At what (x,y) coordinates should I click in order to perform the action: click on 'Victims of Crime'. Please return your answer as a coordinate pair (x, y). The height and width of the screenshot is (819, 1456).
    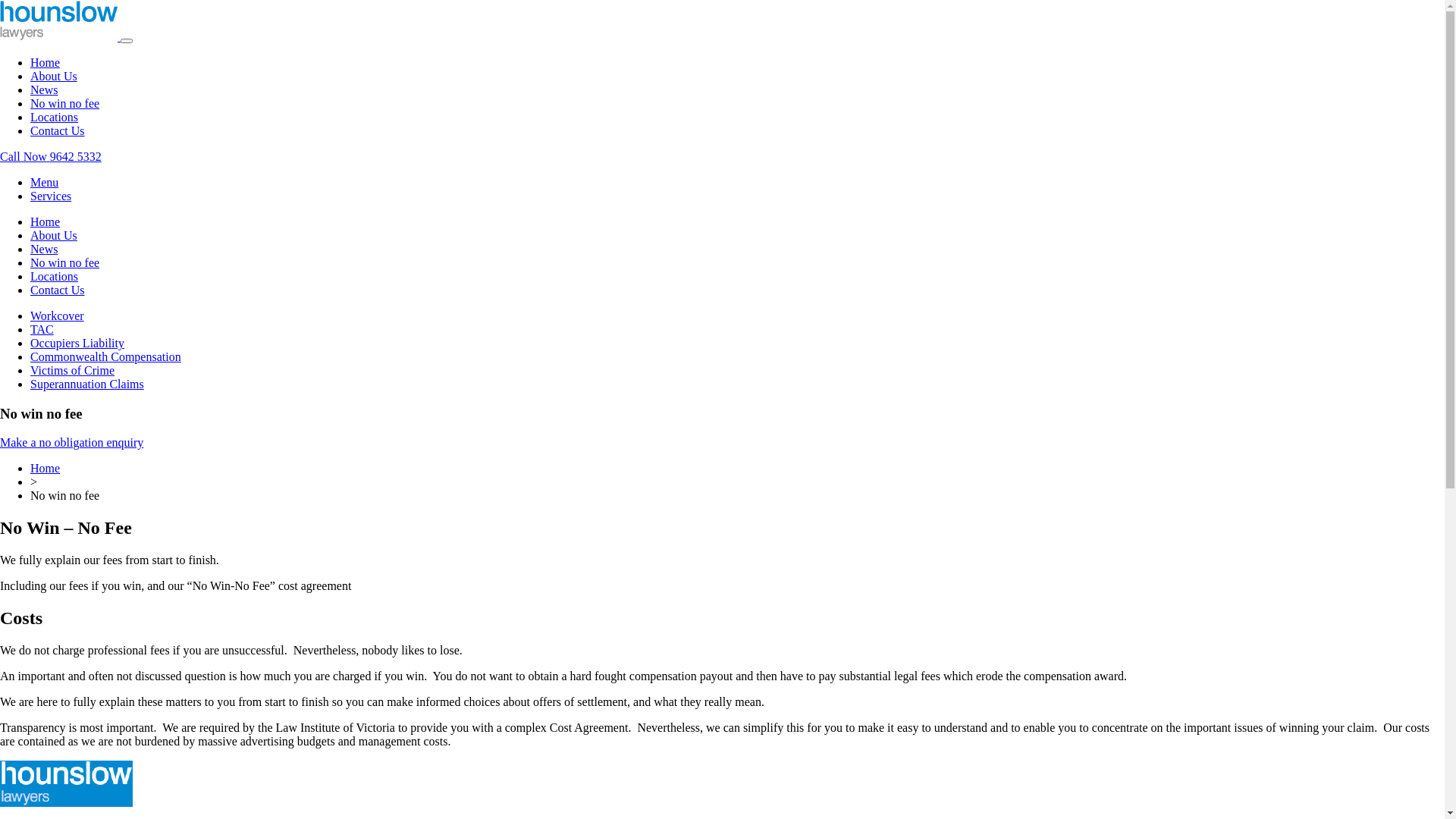
    Looking at the image, I should click on (71, 370).